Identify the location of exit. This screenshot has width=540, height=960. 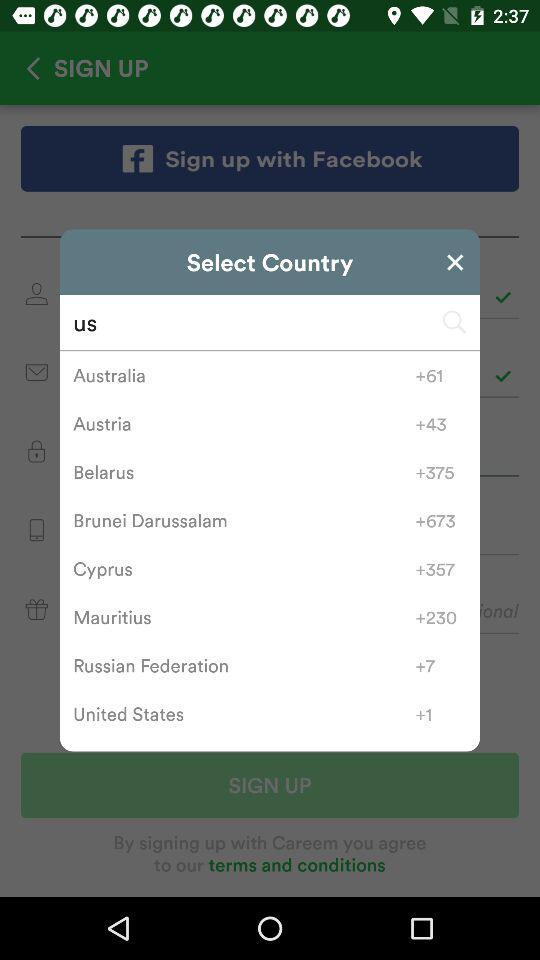
(455, 261).